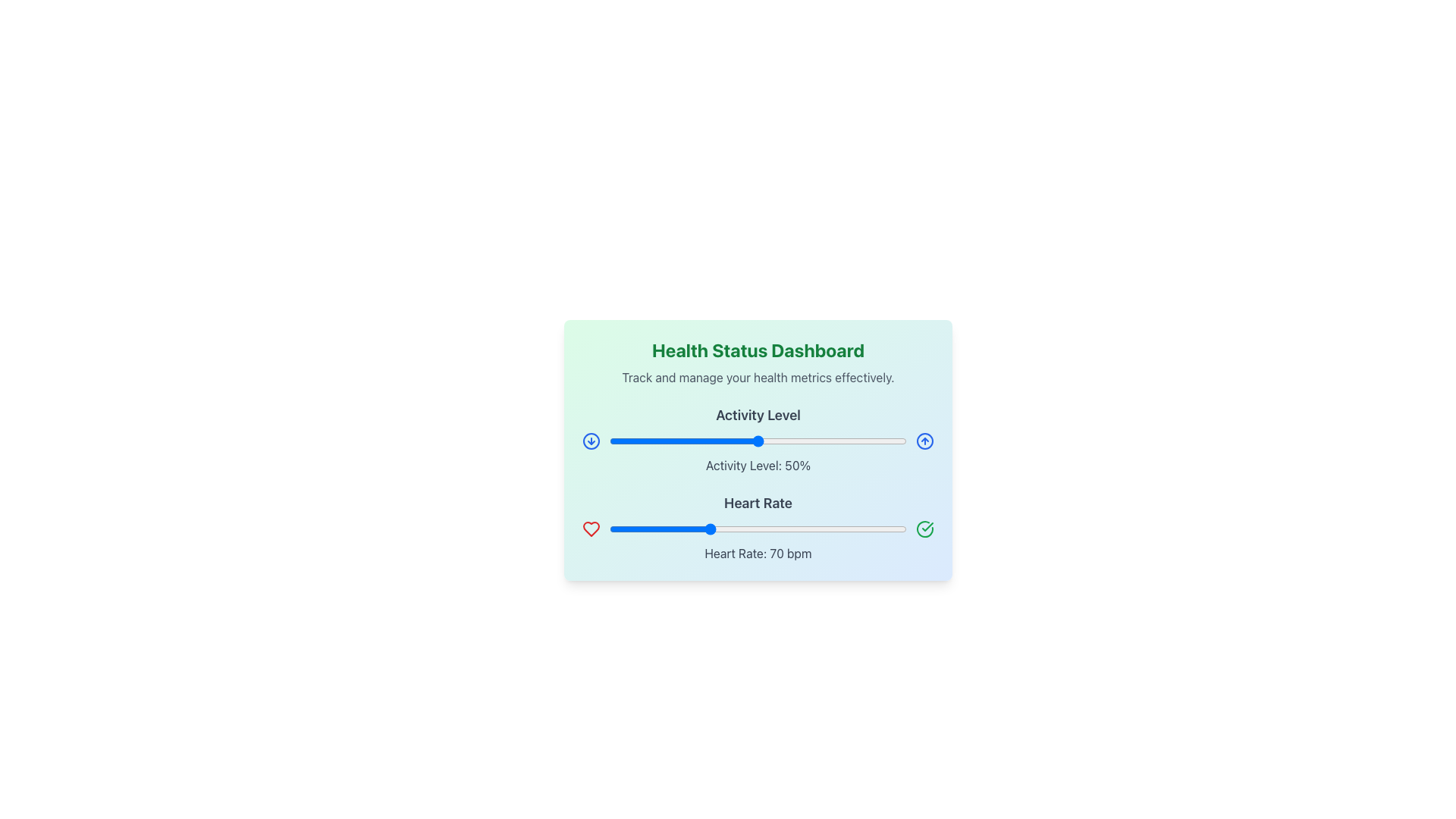 This screenshot has width=1456, height=819. I want to click on the activity level, so click(737, 441).